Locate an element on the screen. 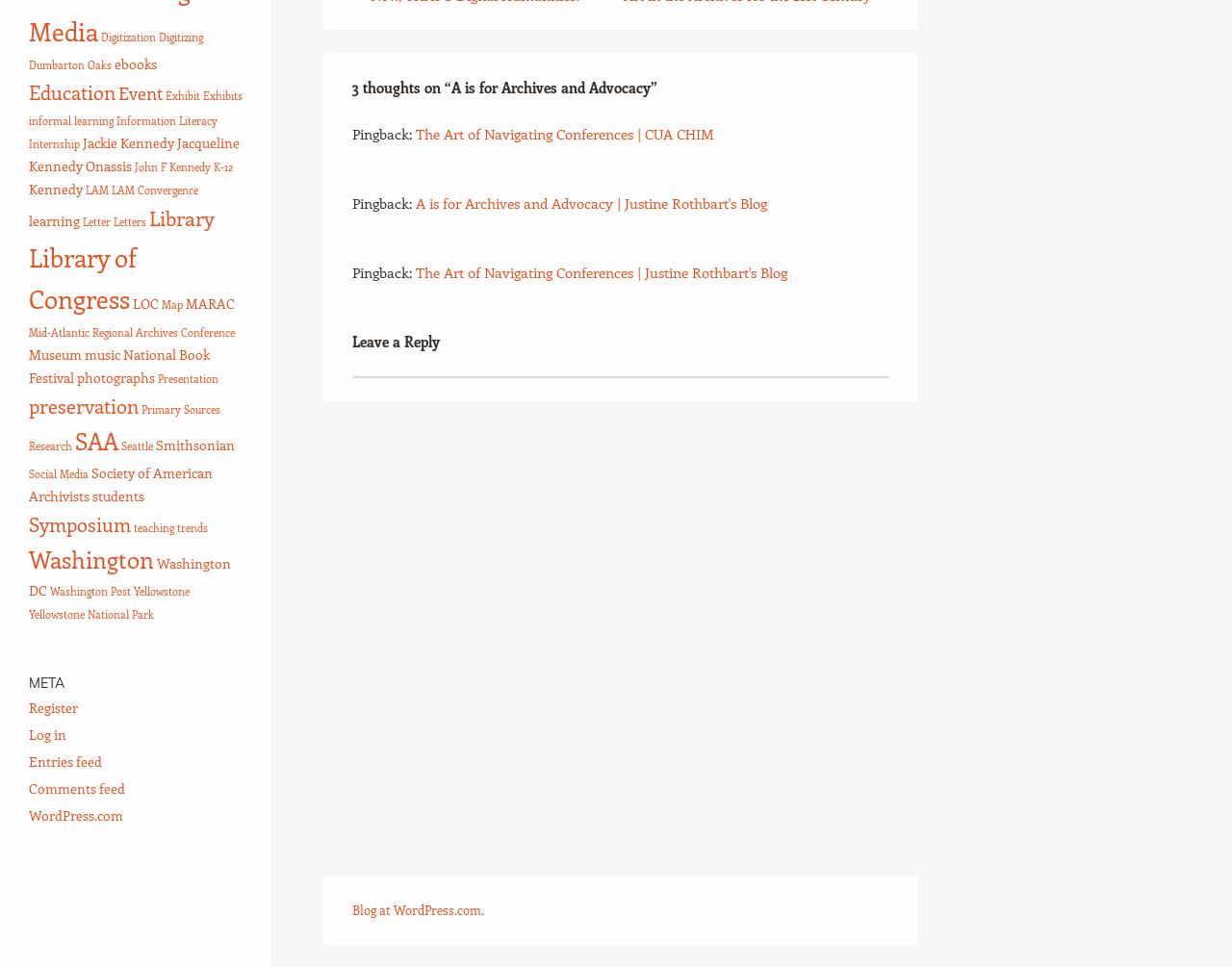 Image resolution: width=1232 pixels, height=967 pixels. 'Washington Post' is located at coordinates (89, 590).